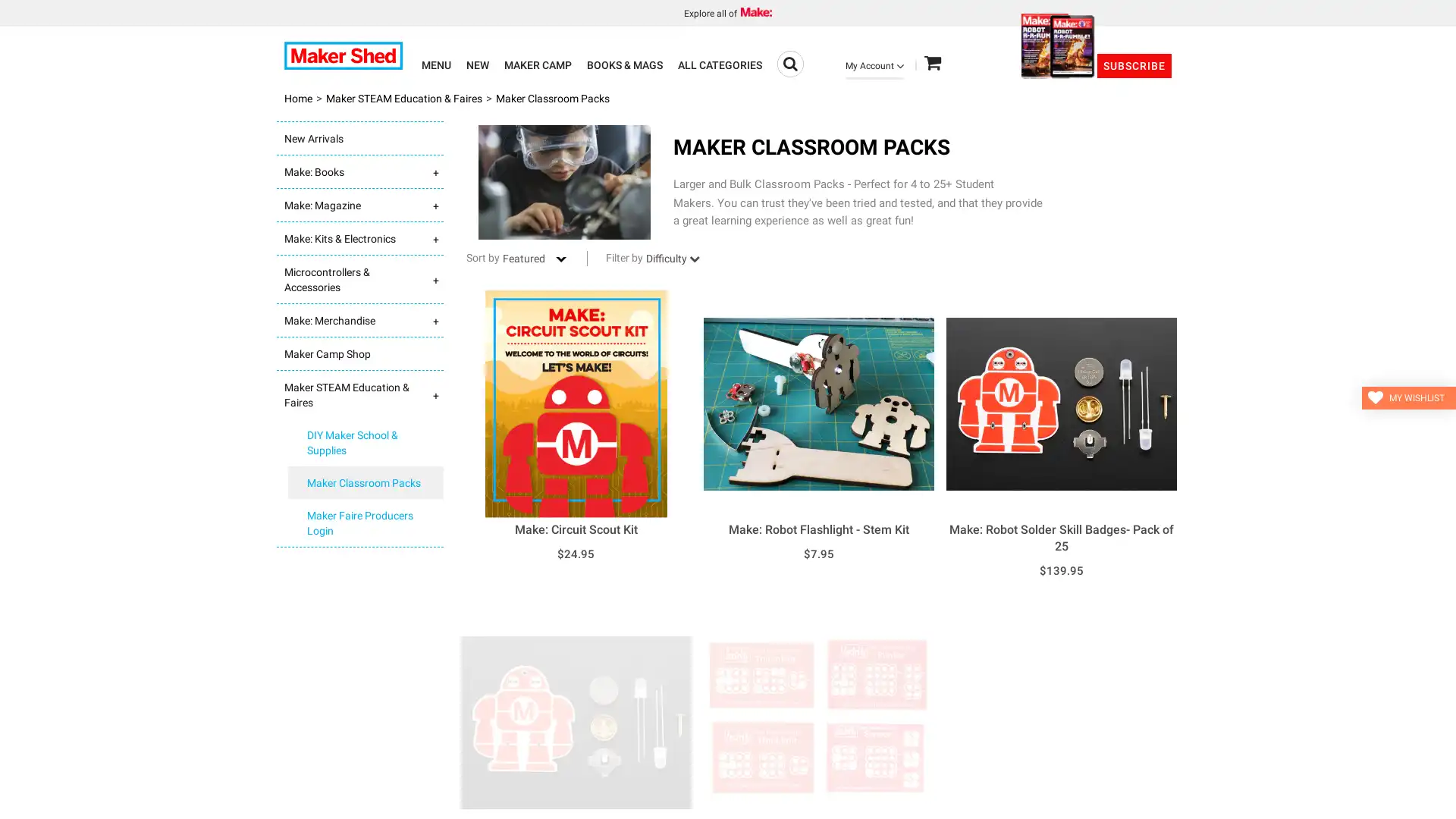  I want to click on Difficulty, so click(680, 257).